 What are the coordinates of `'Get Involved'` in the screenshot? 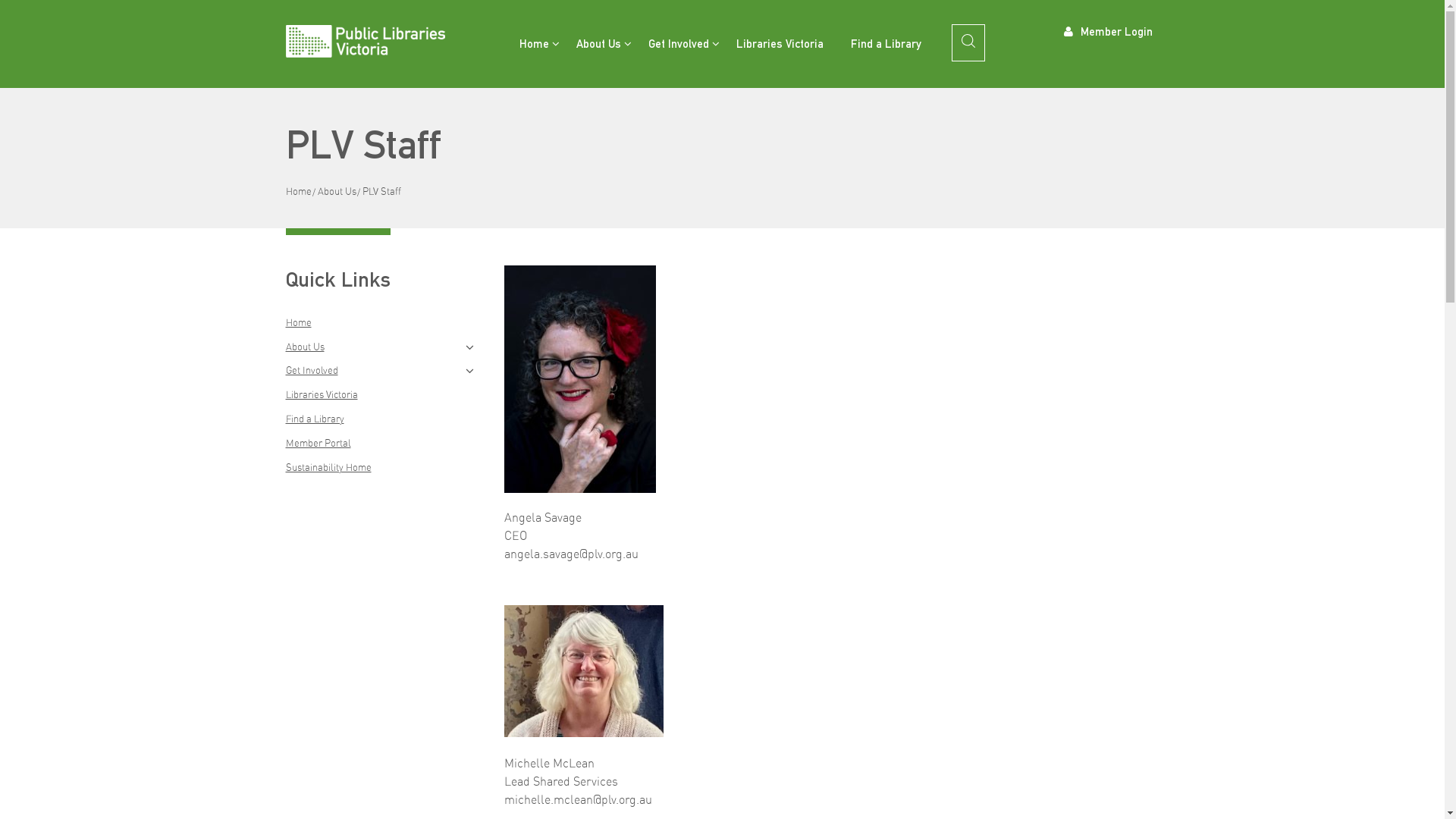 It's located at (284, 370).